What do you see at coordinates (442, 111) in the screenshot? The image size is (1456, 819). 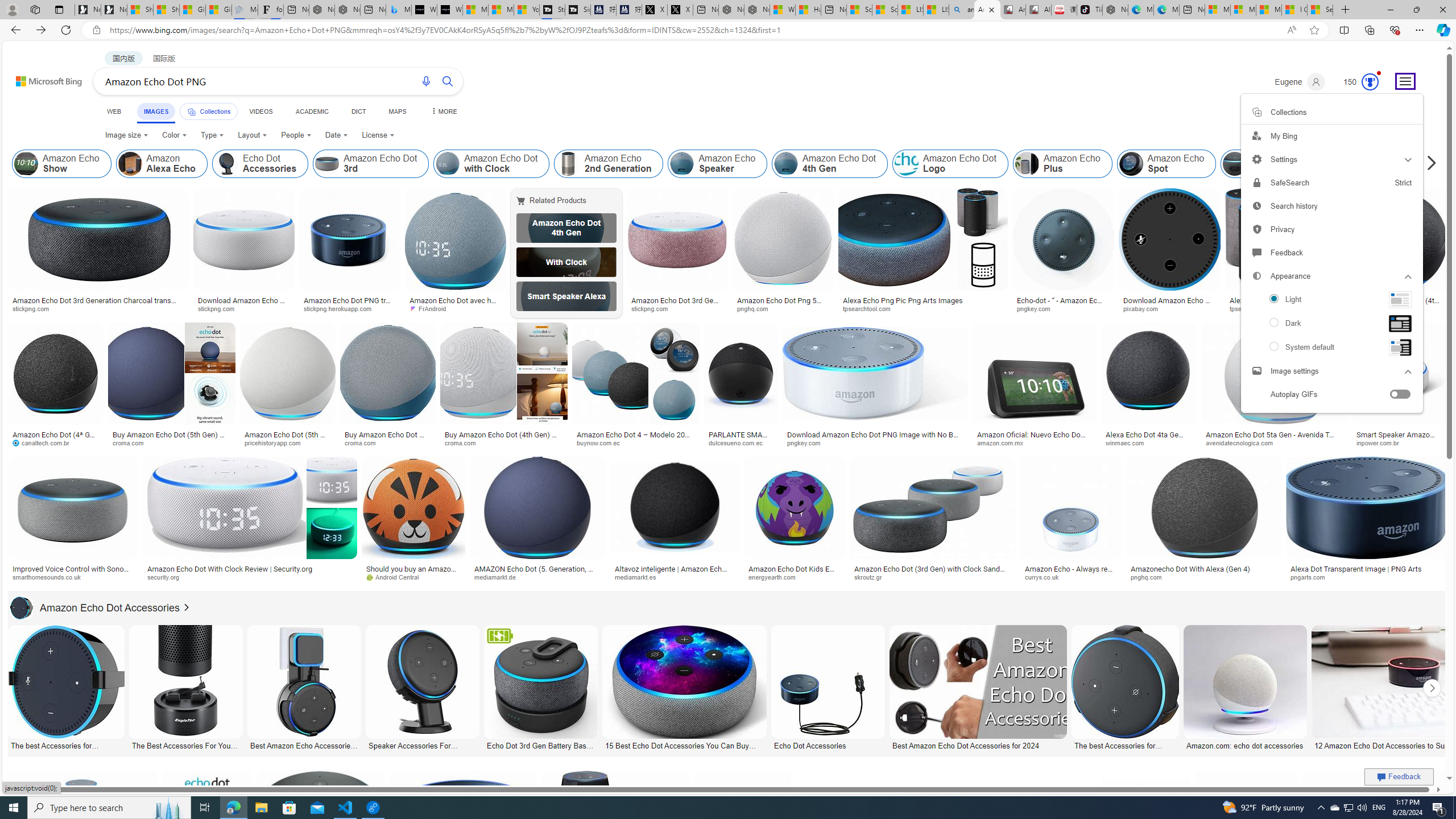 I see `'MORE'` at bounding box center [442, 111].